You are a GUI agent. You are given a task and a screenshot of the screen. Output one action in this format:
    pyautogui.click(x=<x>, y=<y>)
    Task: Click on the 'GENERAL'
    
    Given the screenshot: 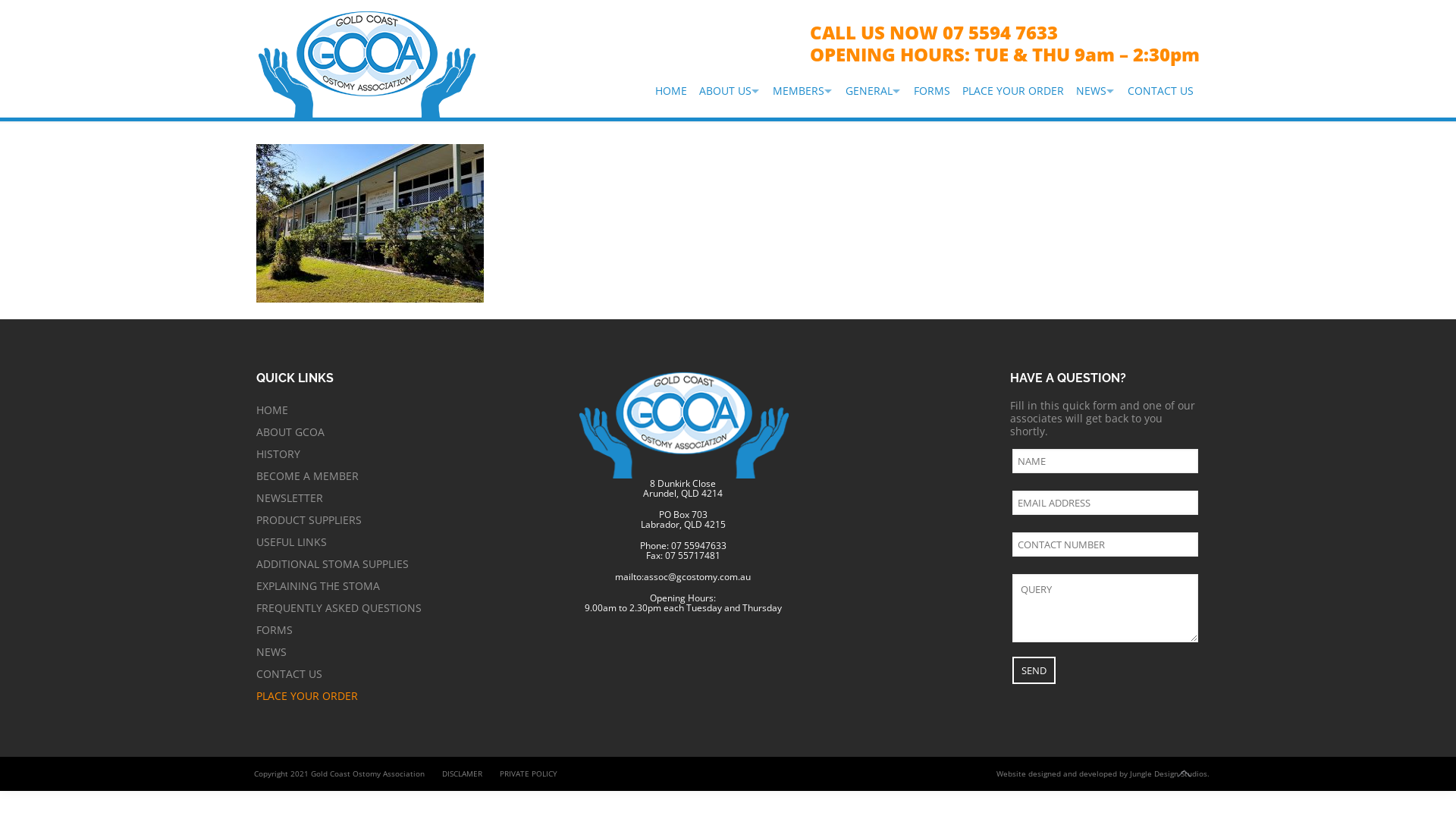 What is the action you would take?
    pyautogui.click(x=874, y=90)
    